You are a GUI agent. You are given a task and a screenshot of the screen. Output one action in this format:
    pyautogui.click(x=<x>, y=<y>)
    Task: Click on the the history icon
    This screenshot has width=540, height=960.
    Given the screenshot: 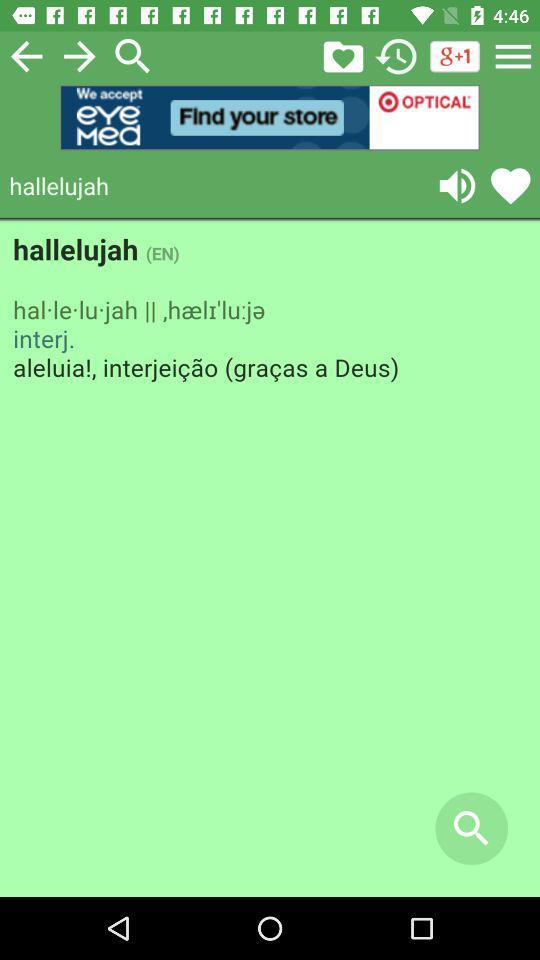 What is the action you would take?
    pyautogui.click(x=396, y=55)
    